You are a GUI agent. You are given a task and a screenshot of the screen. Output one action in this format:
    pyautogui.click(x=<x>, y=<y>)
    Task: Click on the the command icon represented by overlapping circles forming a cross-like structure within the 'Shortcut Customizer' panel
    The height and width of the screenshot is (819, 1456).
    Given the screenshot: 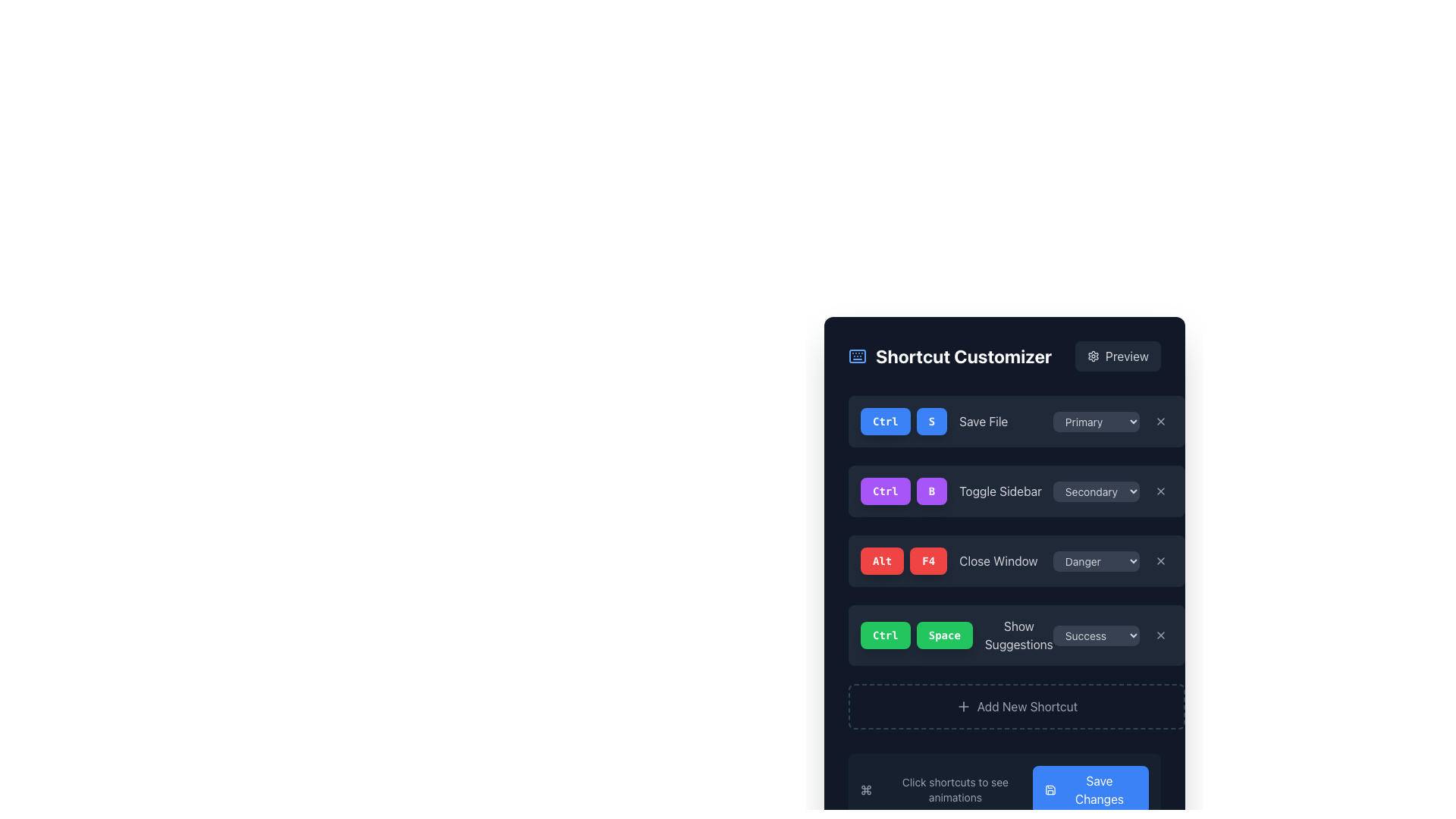 What is the action you would take?
    pyautogui.click(x=866, y=789)
    